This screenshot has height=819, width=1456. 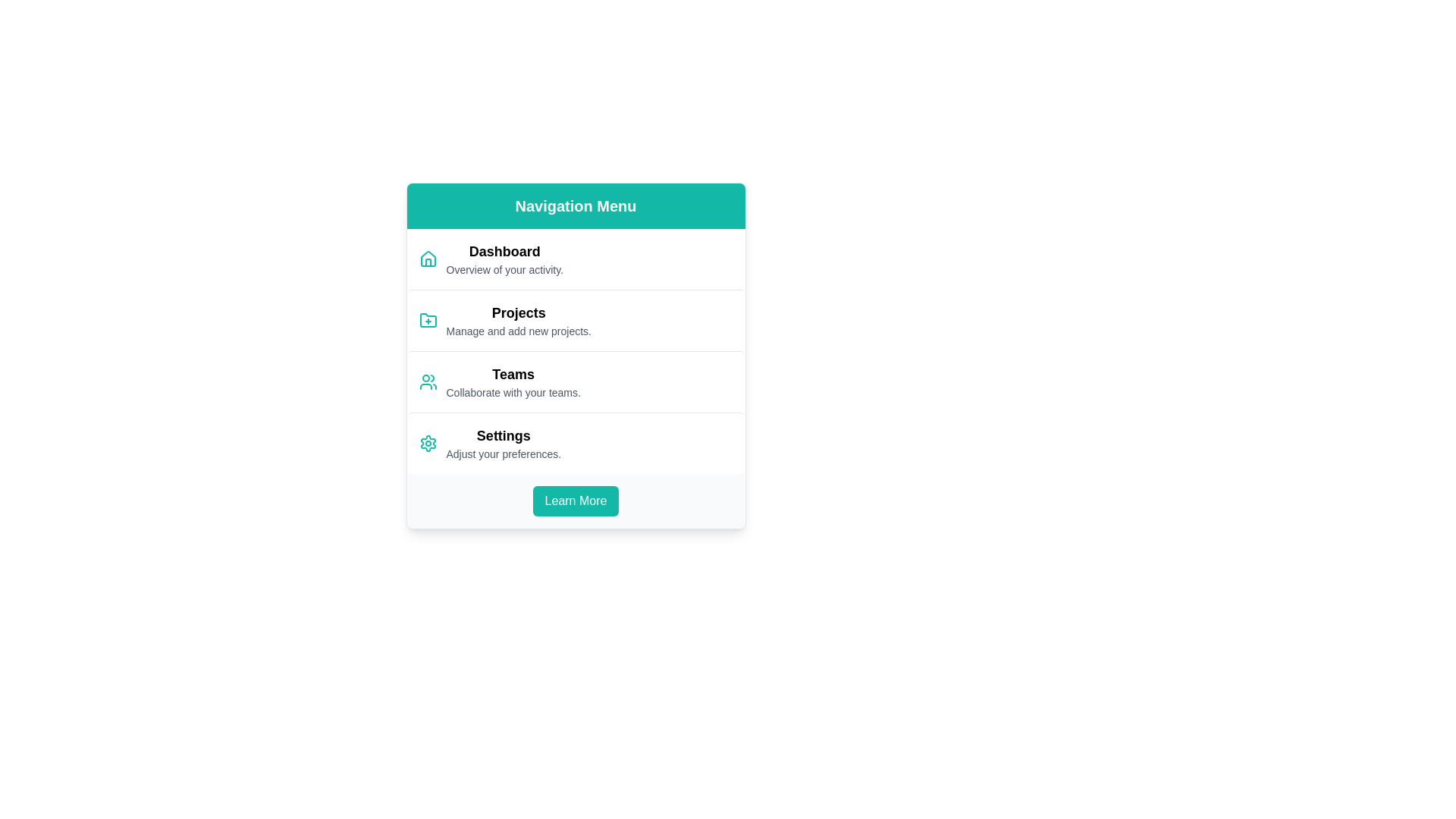 What do you see at coordinates (427, 262) in the screenshot?
I see `the bottom element of the house icon in the SVG graphic, which represents the 'Dashboard' menu item` at bounding box center [427, 262].